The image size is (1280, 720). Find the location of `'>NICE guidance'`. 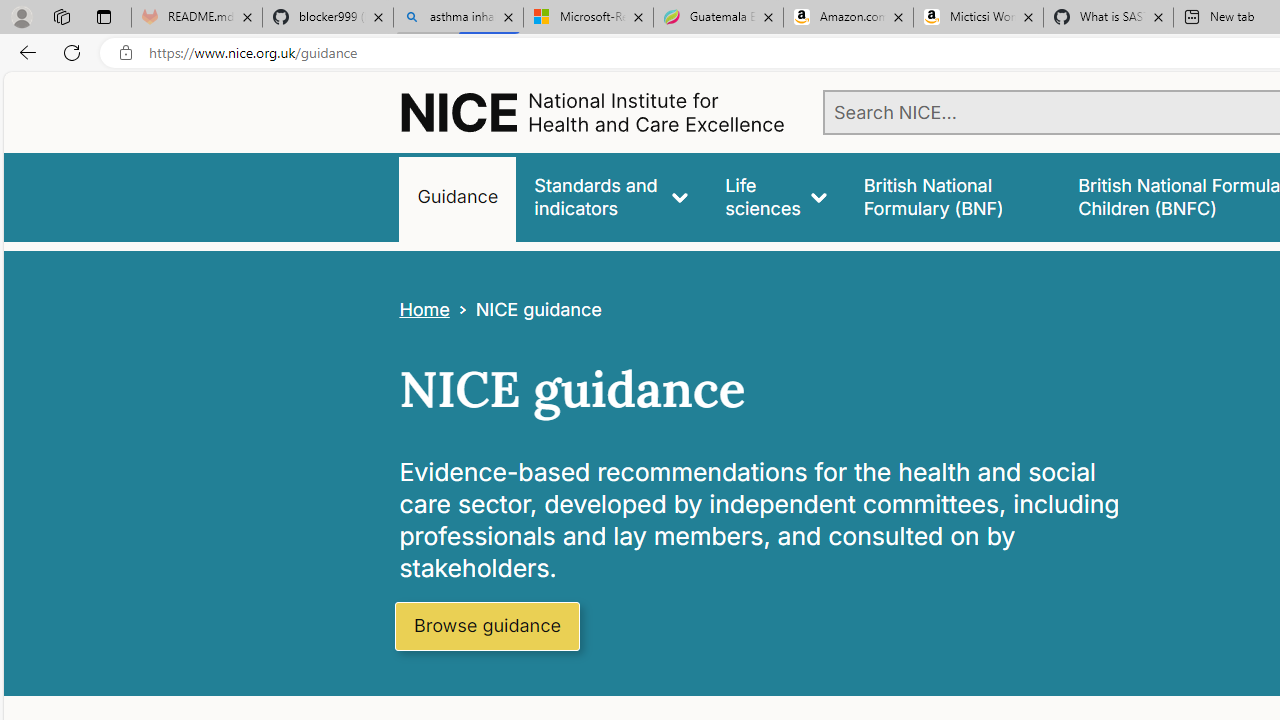

'>NICE guidance' is located at coordinates (525, 309).